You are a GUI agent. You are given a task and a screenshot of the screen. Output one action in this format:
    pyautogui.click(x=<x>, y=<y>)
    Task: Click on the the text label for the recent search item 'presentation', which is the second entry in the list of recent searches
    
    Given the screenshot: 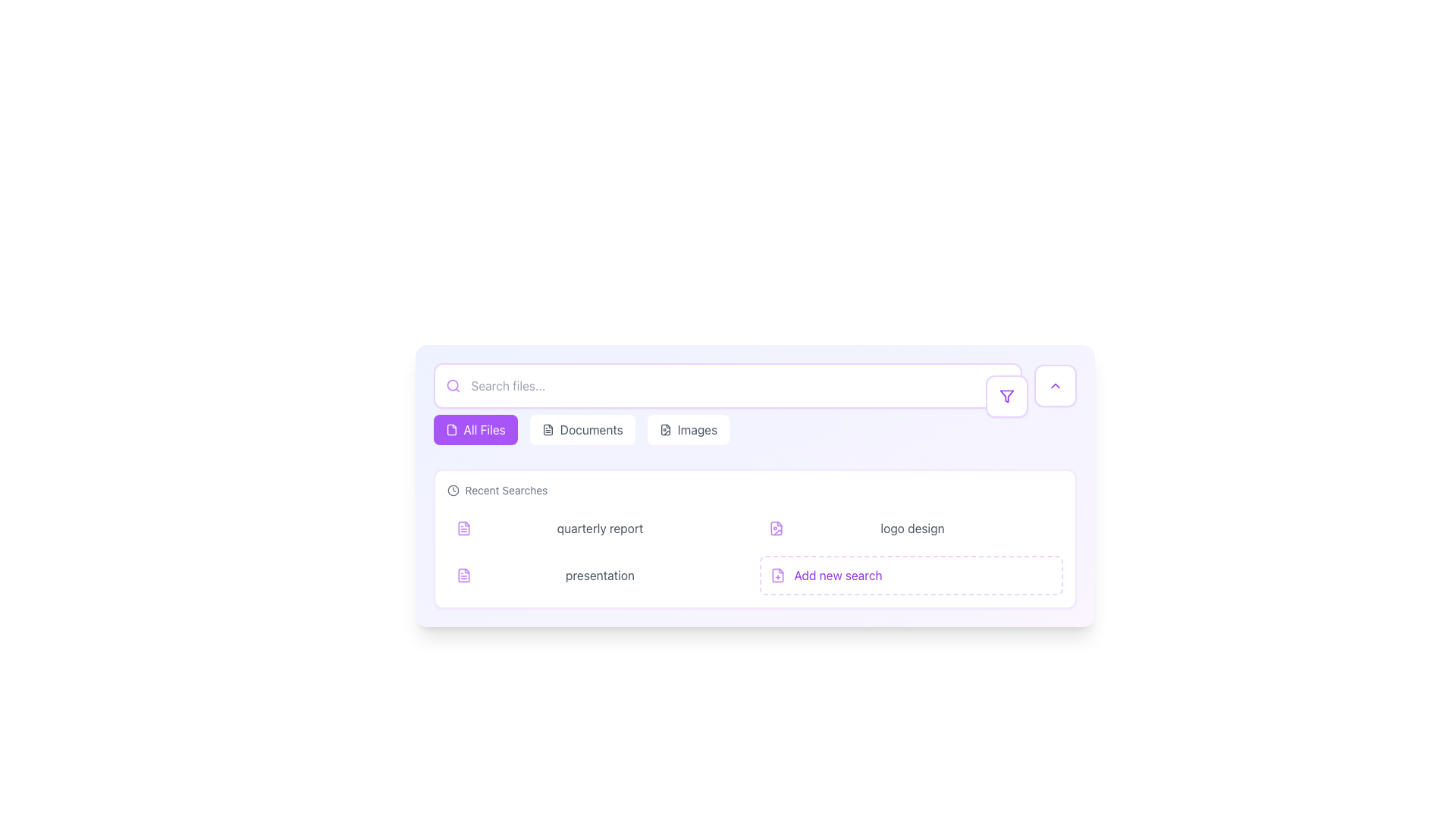 What is the action you would take?
    pyautogui.click(x=599, y=576)
    